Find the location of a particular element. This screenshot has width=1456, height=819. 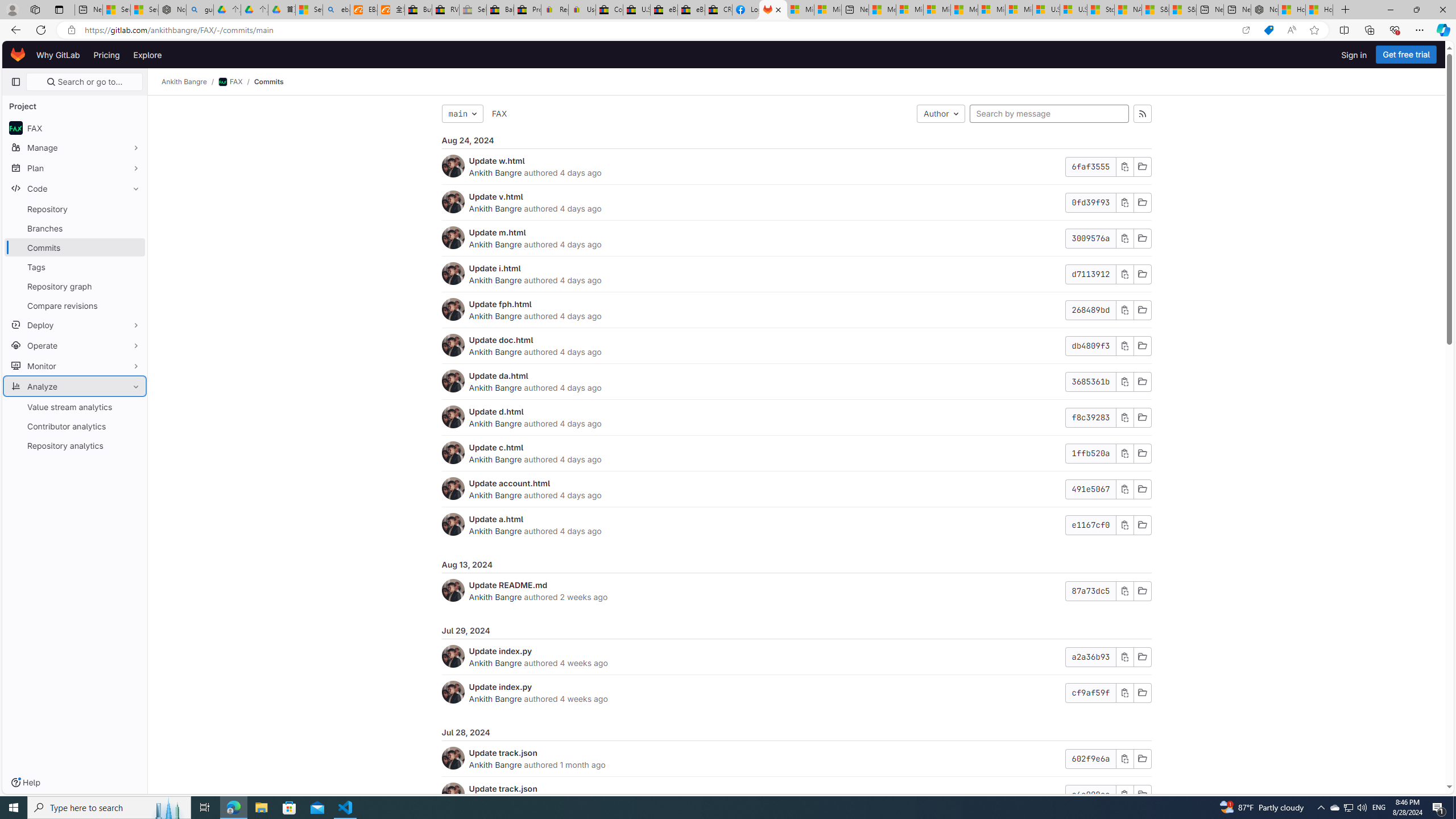

'Update account.html' is located at coordinates (510, 483).